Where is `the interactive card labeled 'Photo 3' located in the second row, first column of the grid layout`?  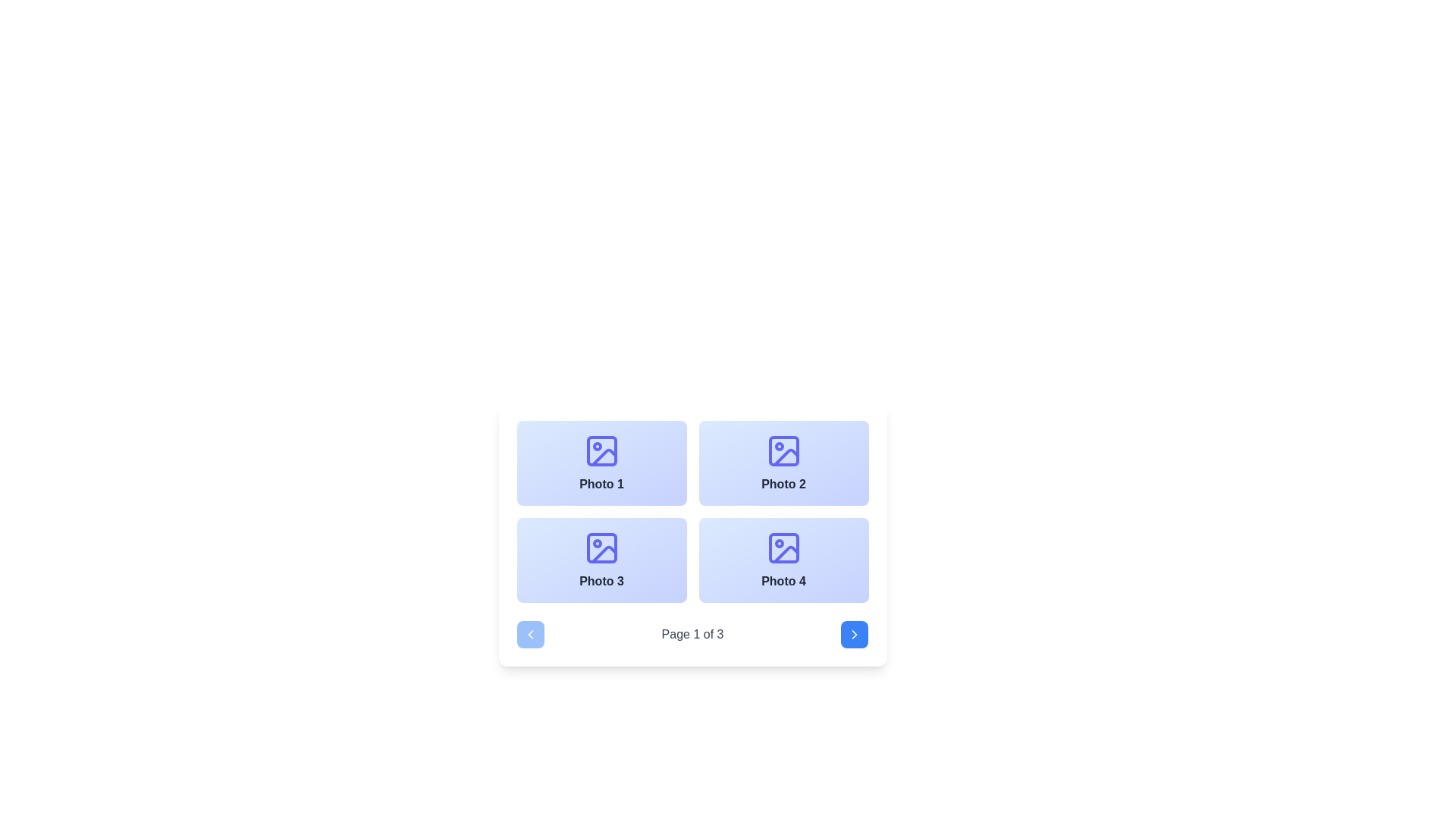
the interactive card labeled 'Photo 3' located in the second row, first column of the grid layout is located at coordinates (601, 560).